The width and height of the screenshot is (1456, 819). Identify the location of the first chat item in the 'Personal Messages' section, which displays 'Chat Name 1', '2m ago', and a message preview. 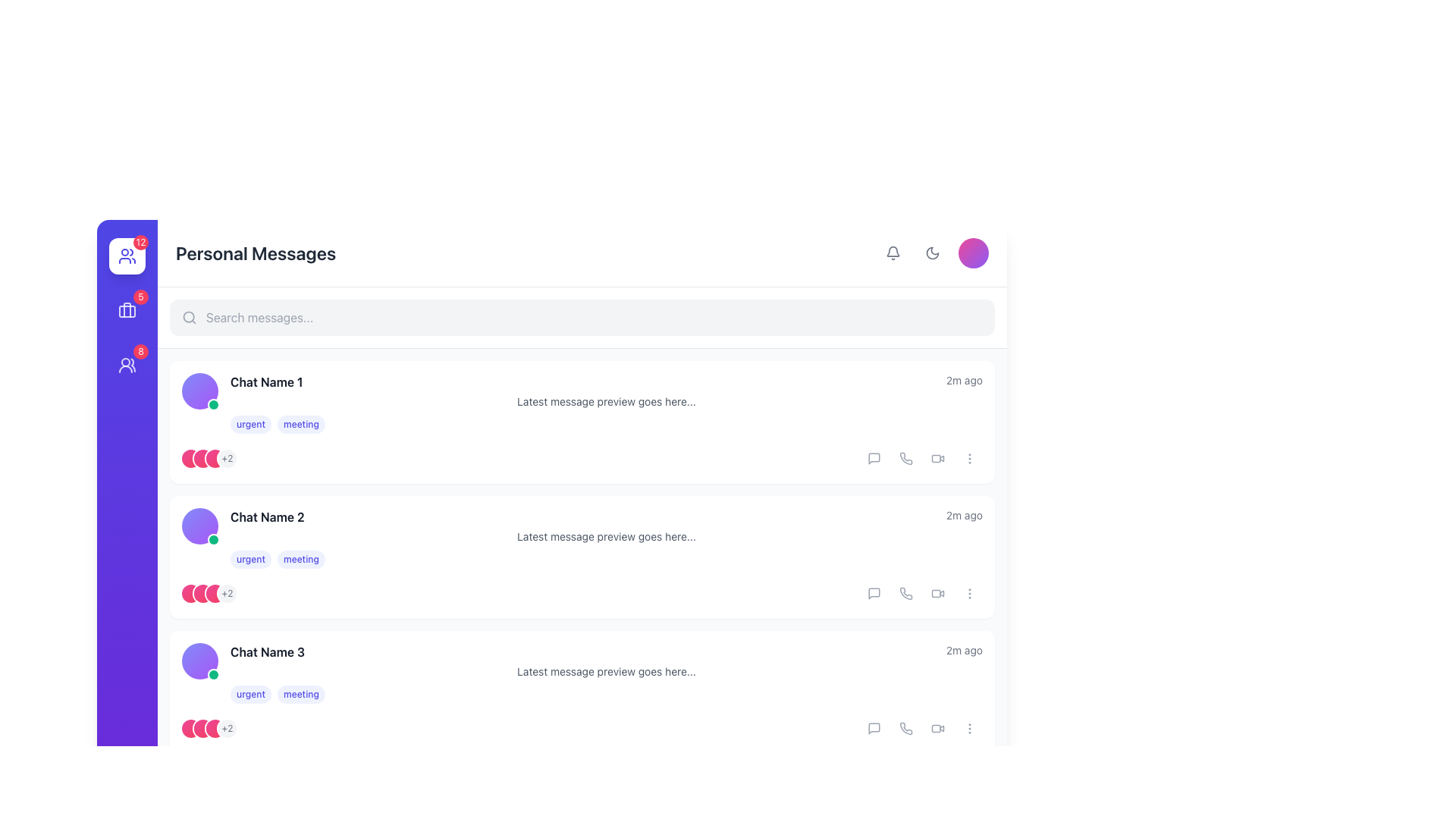
(582, 403).